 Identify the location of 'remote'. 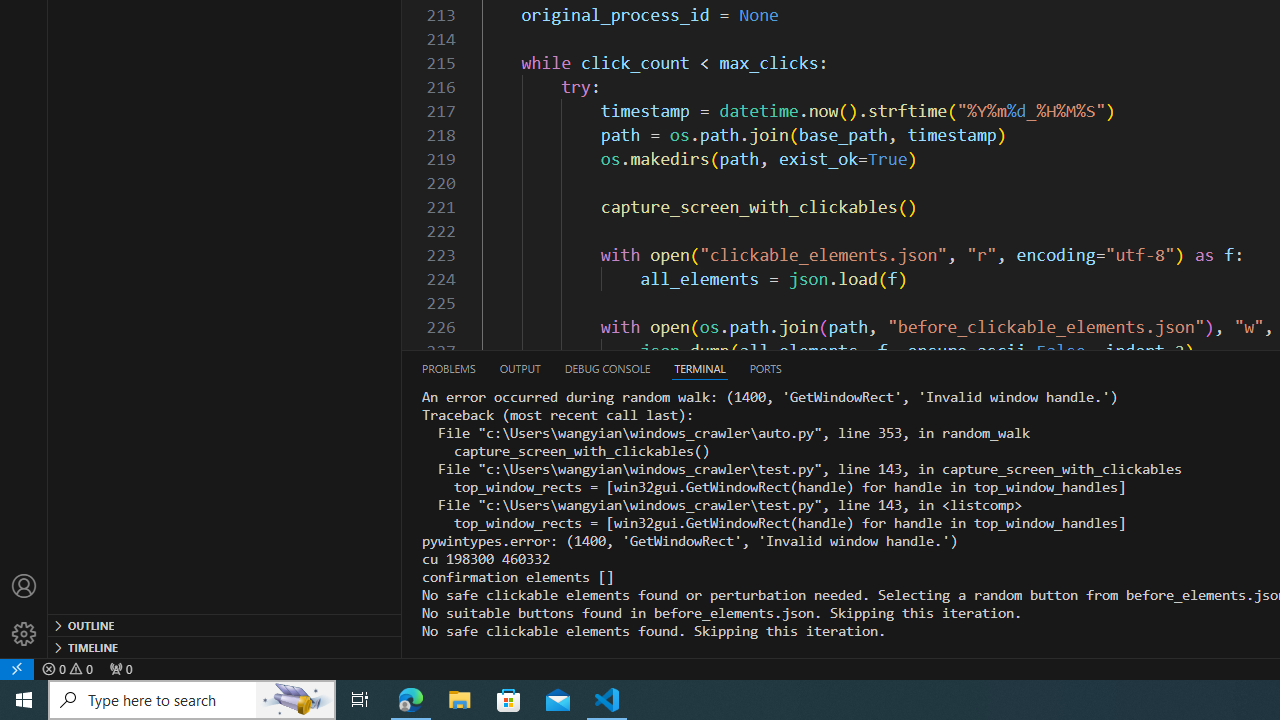
(17, 668).